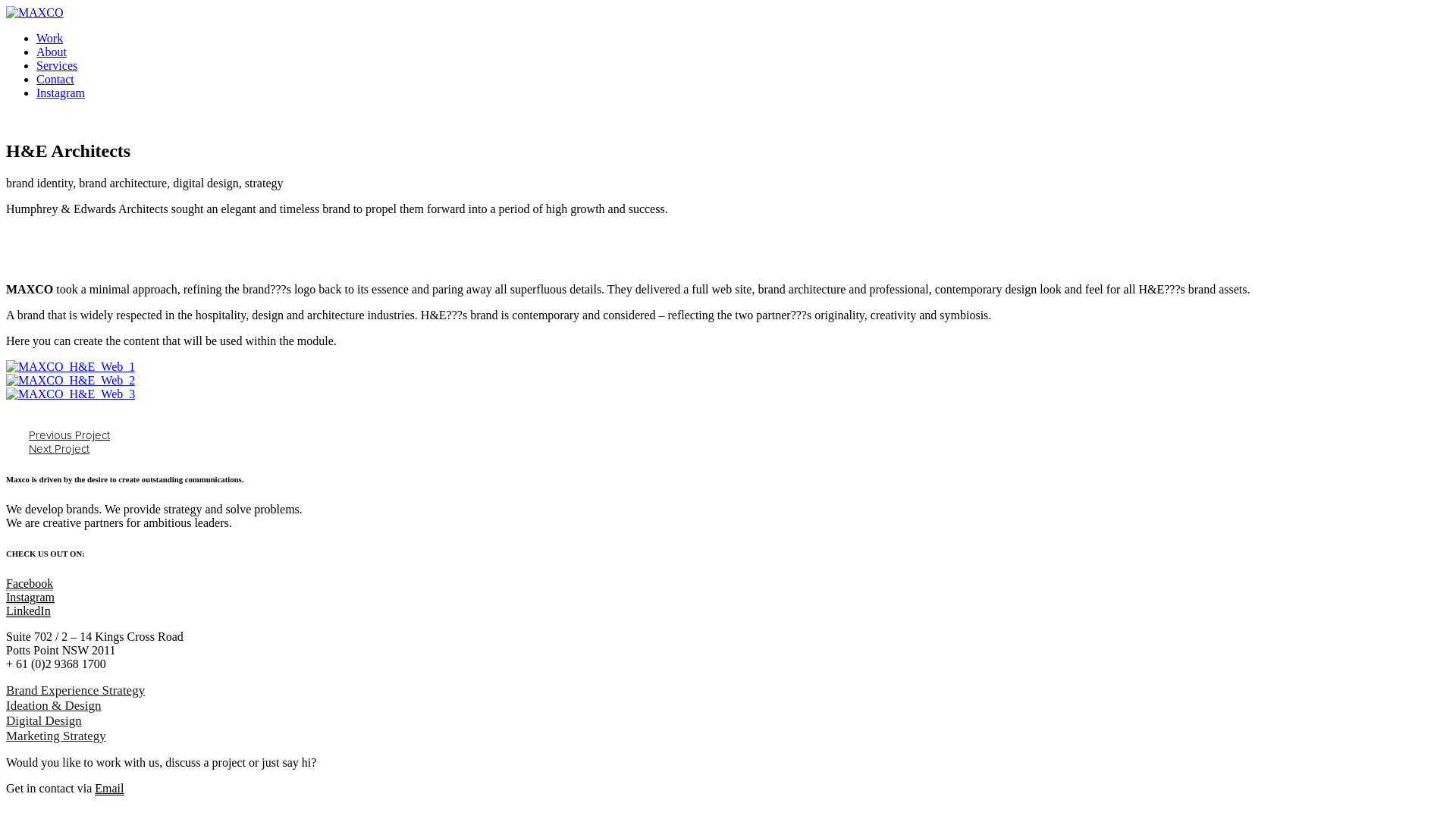  I want to click on 'Work', so click(36, 37).